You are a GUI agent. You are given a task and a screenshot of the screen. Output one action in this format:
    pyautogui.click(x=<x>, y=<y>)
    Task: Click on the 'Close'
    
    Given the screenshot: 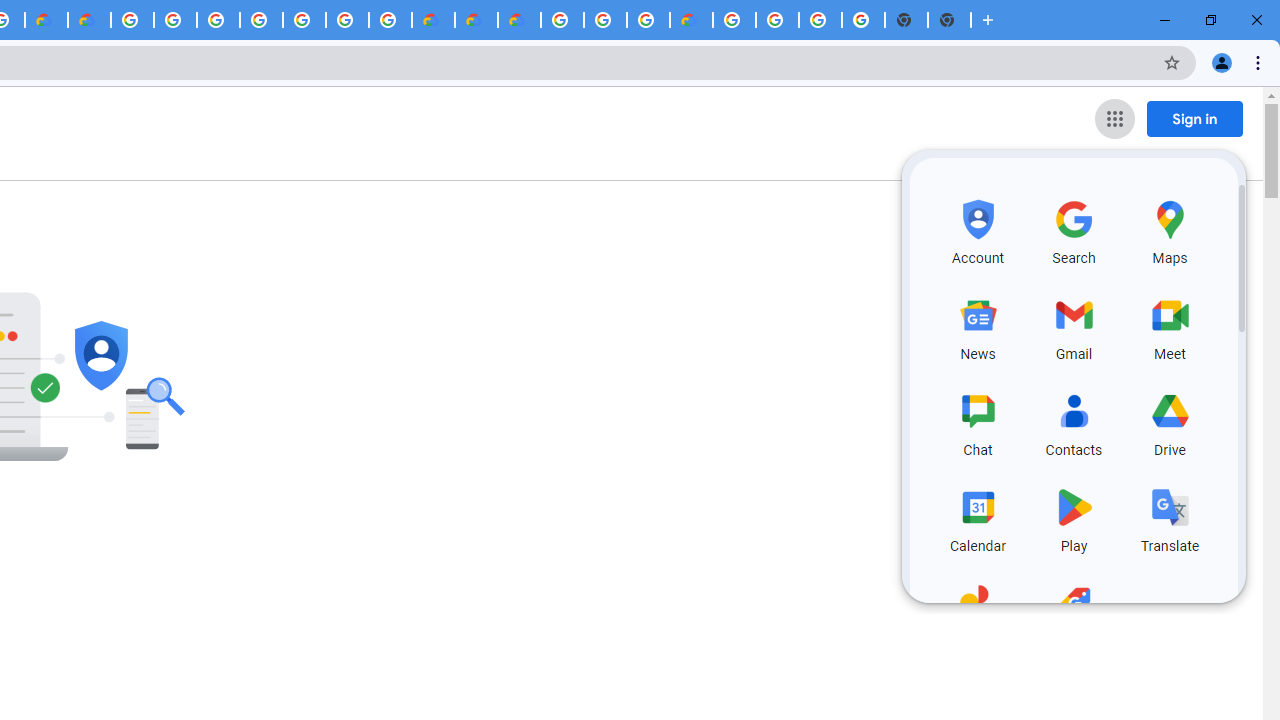 What is the action you would take?
    pyautogui.click(x=1255, y=20)
    